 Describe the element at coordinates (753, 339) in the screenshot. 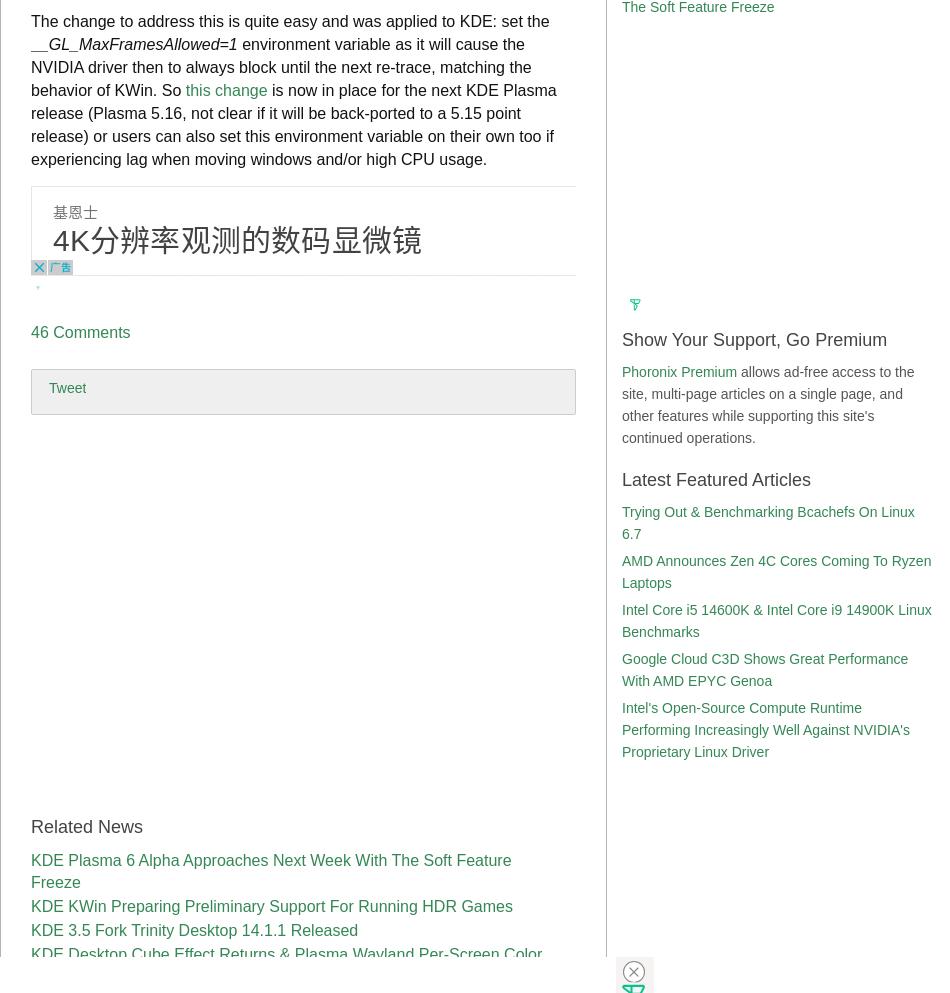

I see `'Show Your Support, Go Premium'` at that location.